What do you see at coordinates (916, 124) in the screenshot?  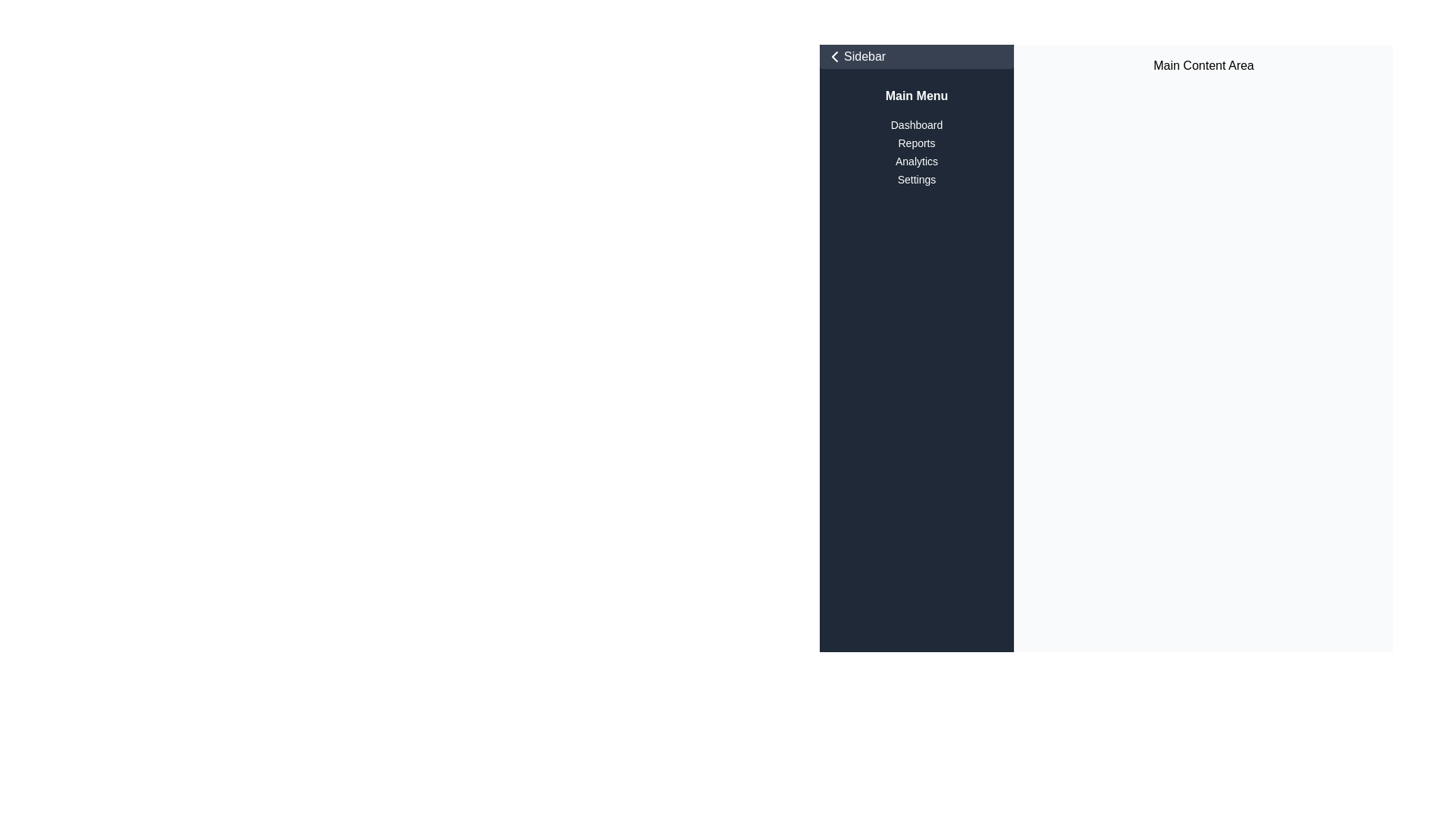 I see `the 'Dashboard' textual navigation link displayed in white font on a dark background` at bounding box center [916, 124].